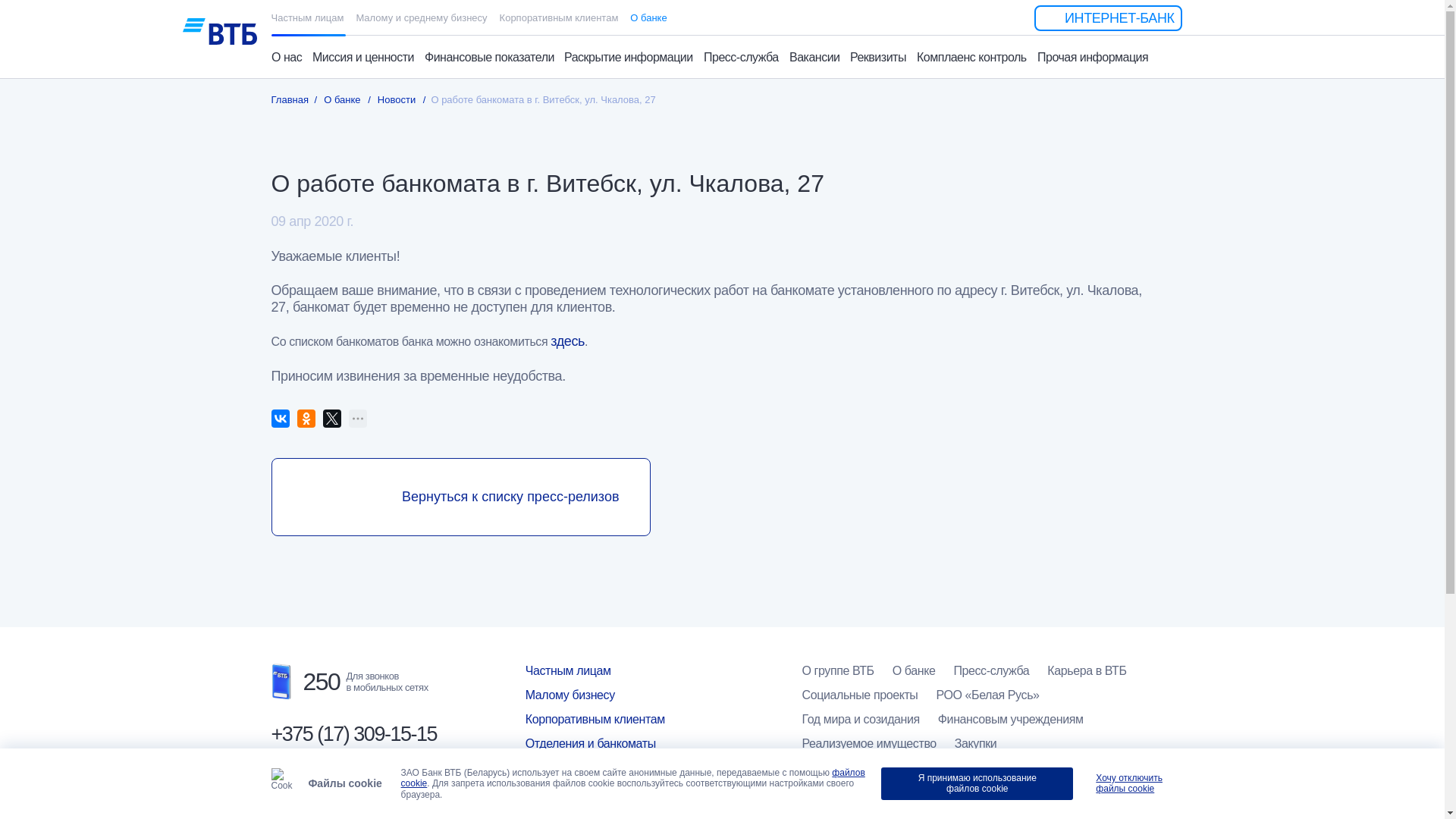 The height and width of the screenshot is (819, 1456). Describe the element at coordinates (353, 762) in the screenshot. I see `'+375 (29) 309-15-15'` at that location.